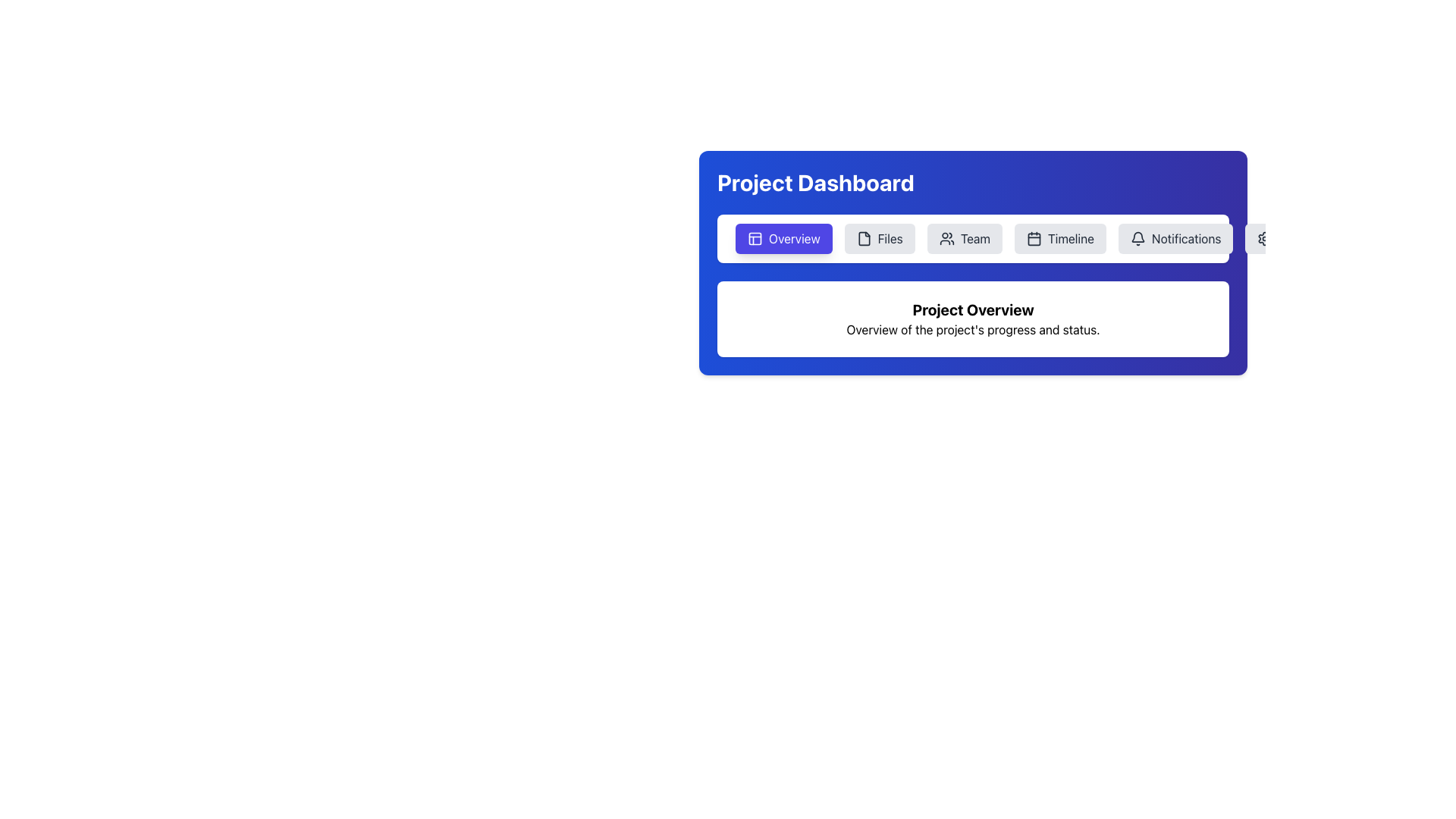  Describe the element at coordinates (814, 181) in the screenshot. I see `the Text header that indicates the 'Project Dashboard' section at the top-left of the layout card` at that location.